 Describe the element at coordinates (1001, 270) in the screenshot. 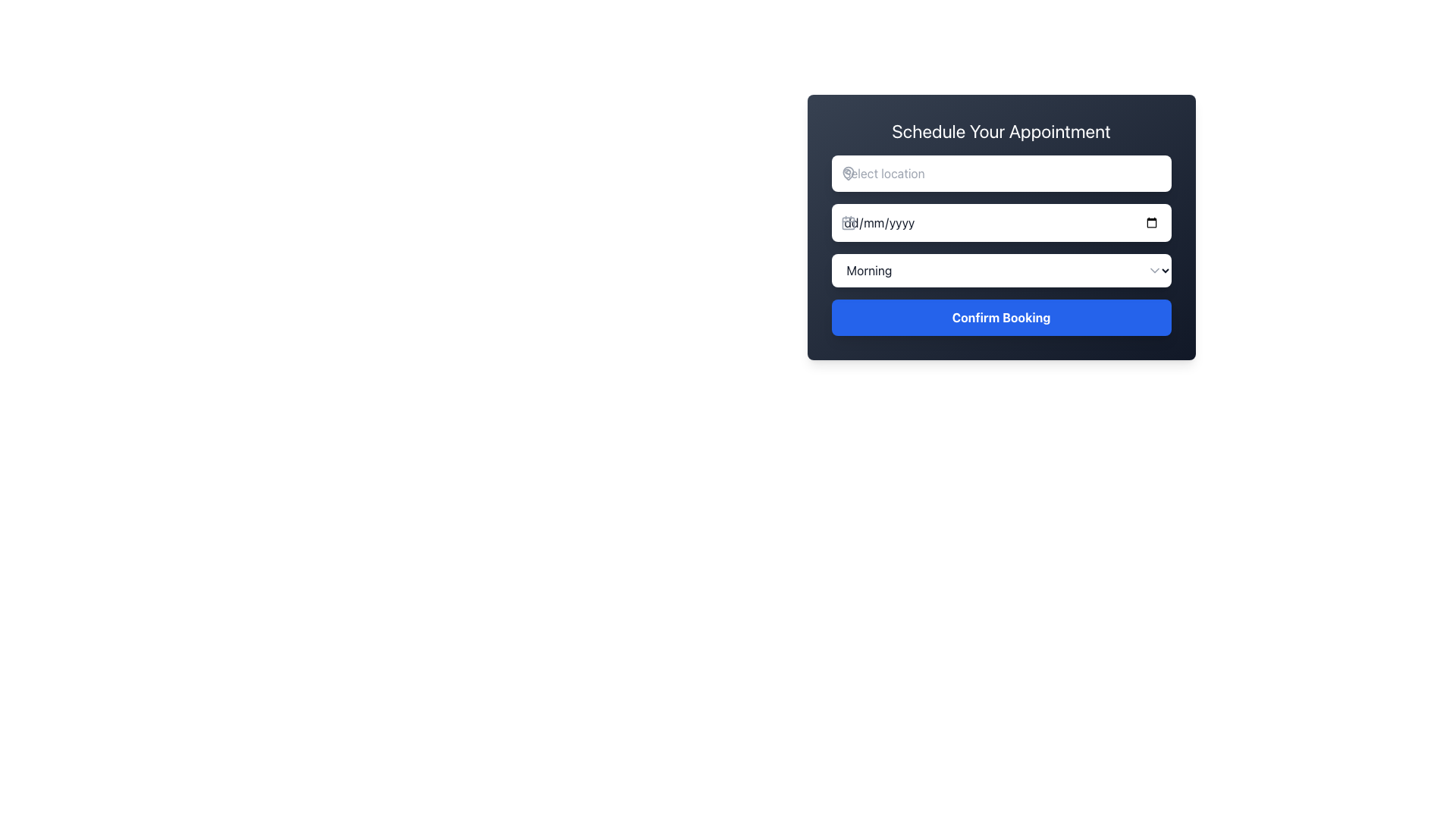

I see `the dropdown menu for selecting a time period, which is positioned below the date picker and above the 'Confirm Booking' button` at that location.